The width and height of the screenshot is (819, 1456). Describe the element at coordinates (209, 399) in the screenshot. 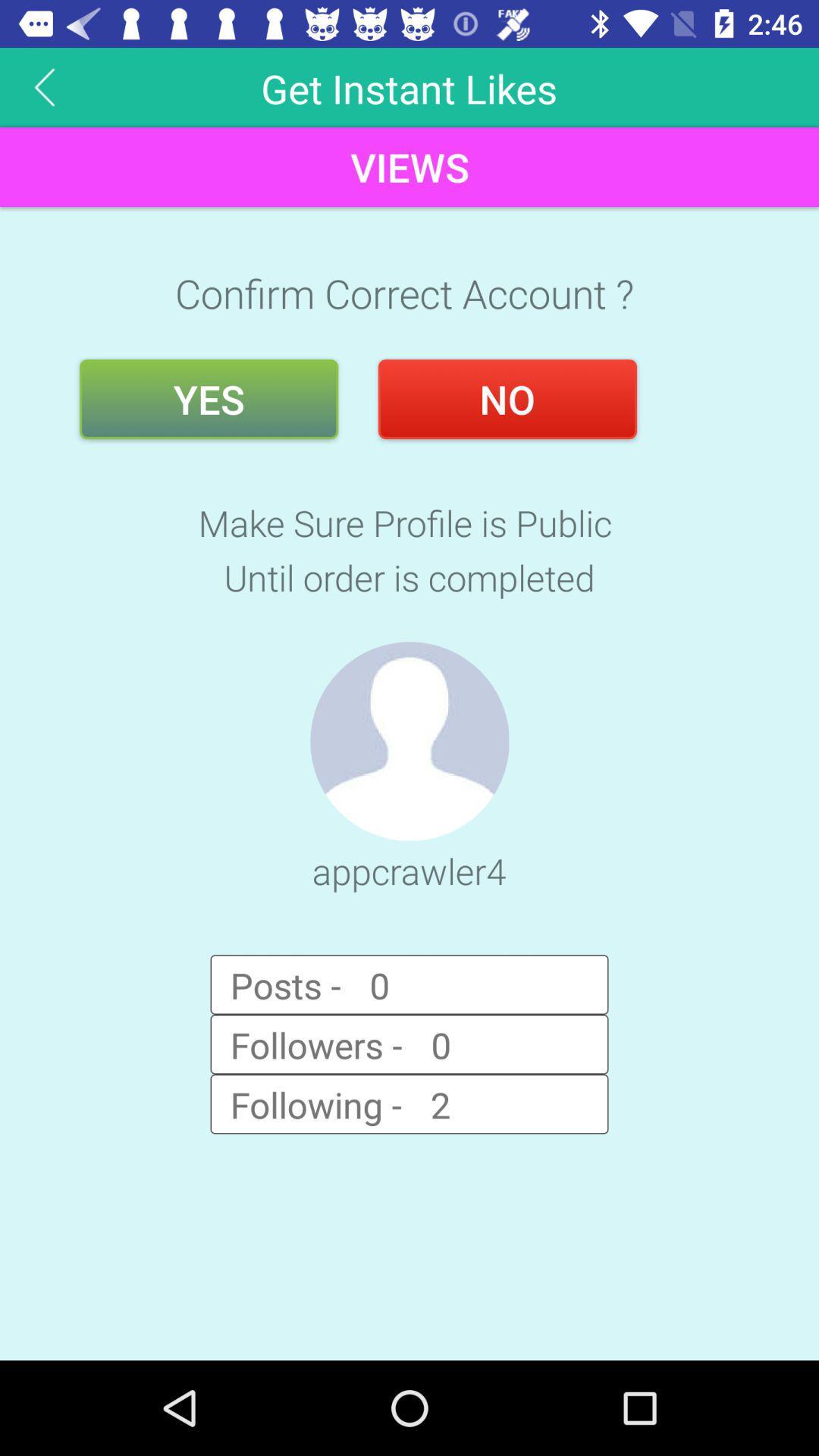

I see `the item below confirm correct account ?  item` at that location.